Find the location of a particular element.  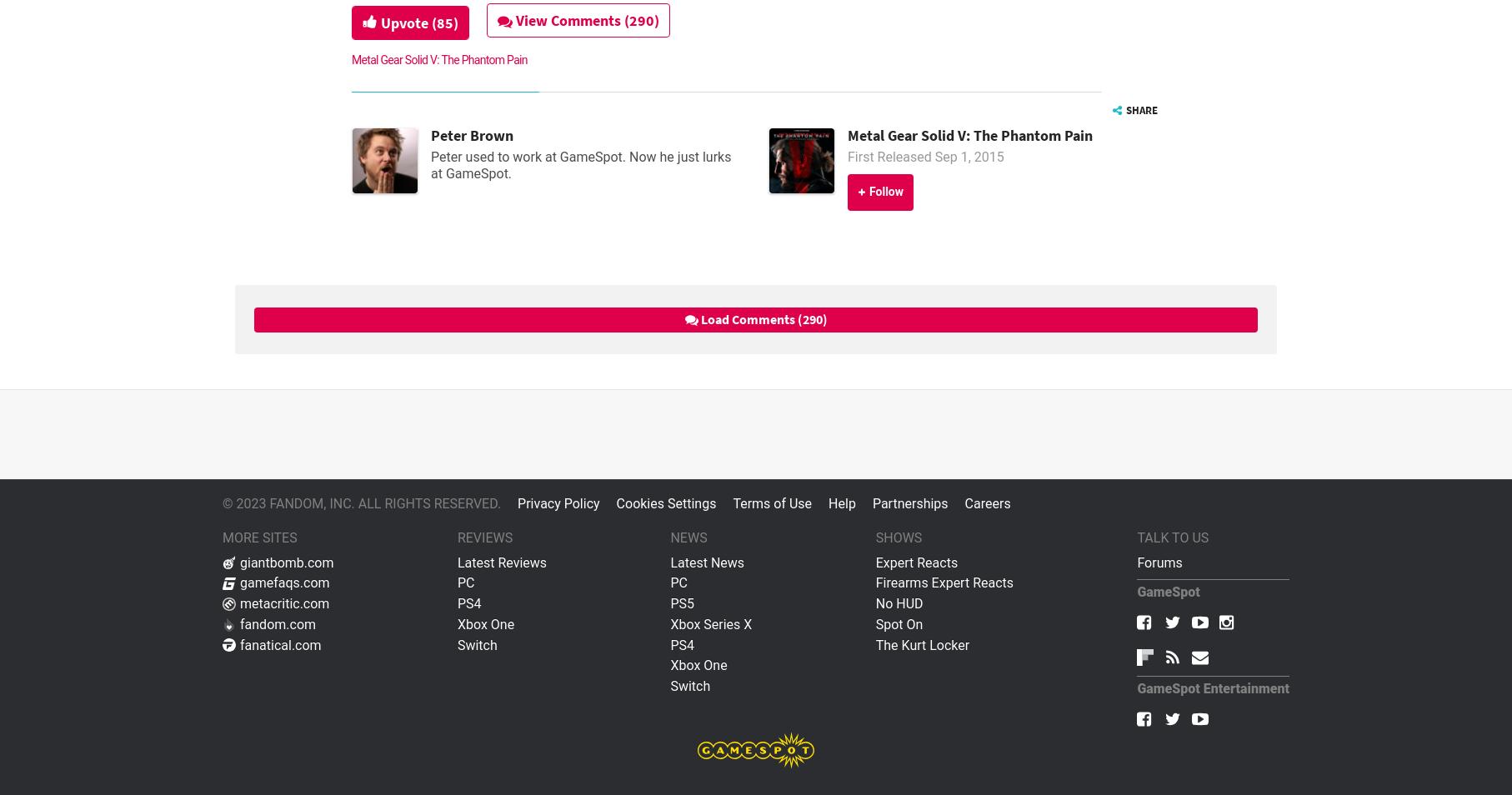

'Sep 1, 2015' is located at coordinates (968, 156).